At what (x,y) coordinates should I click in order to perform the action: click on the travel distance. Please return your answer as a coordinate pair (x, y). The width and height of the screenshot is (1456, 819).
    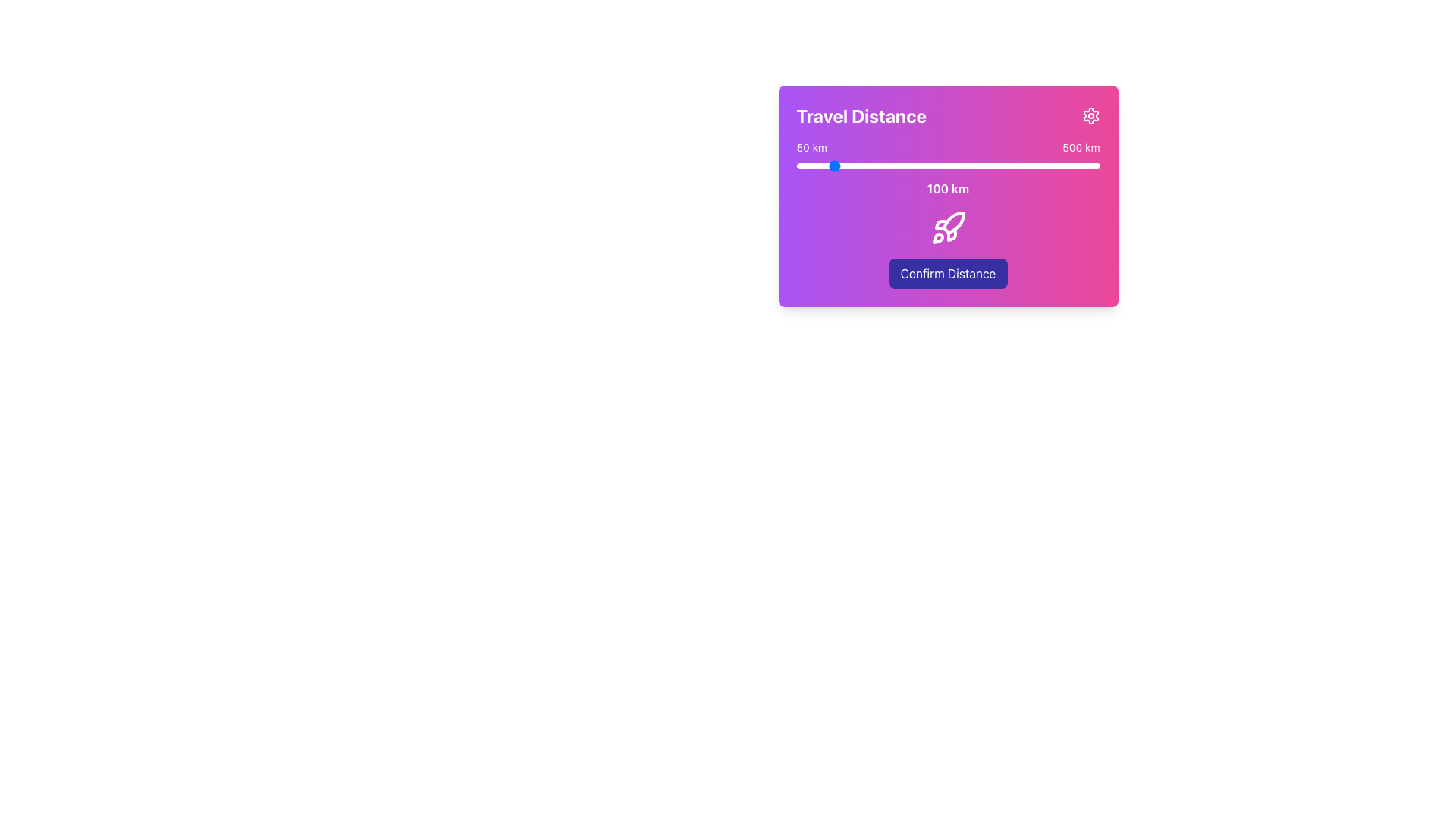
    Looking at the image, I should click on (852, 166).